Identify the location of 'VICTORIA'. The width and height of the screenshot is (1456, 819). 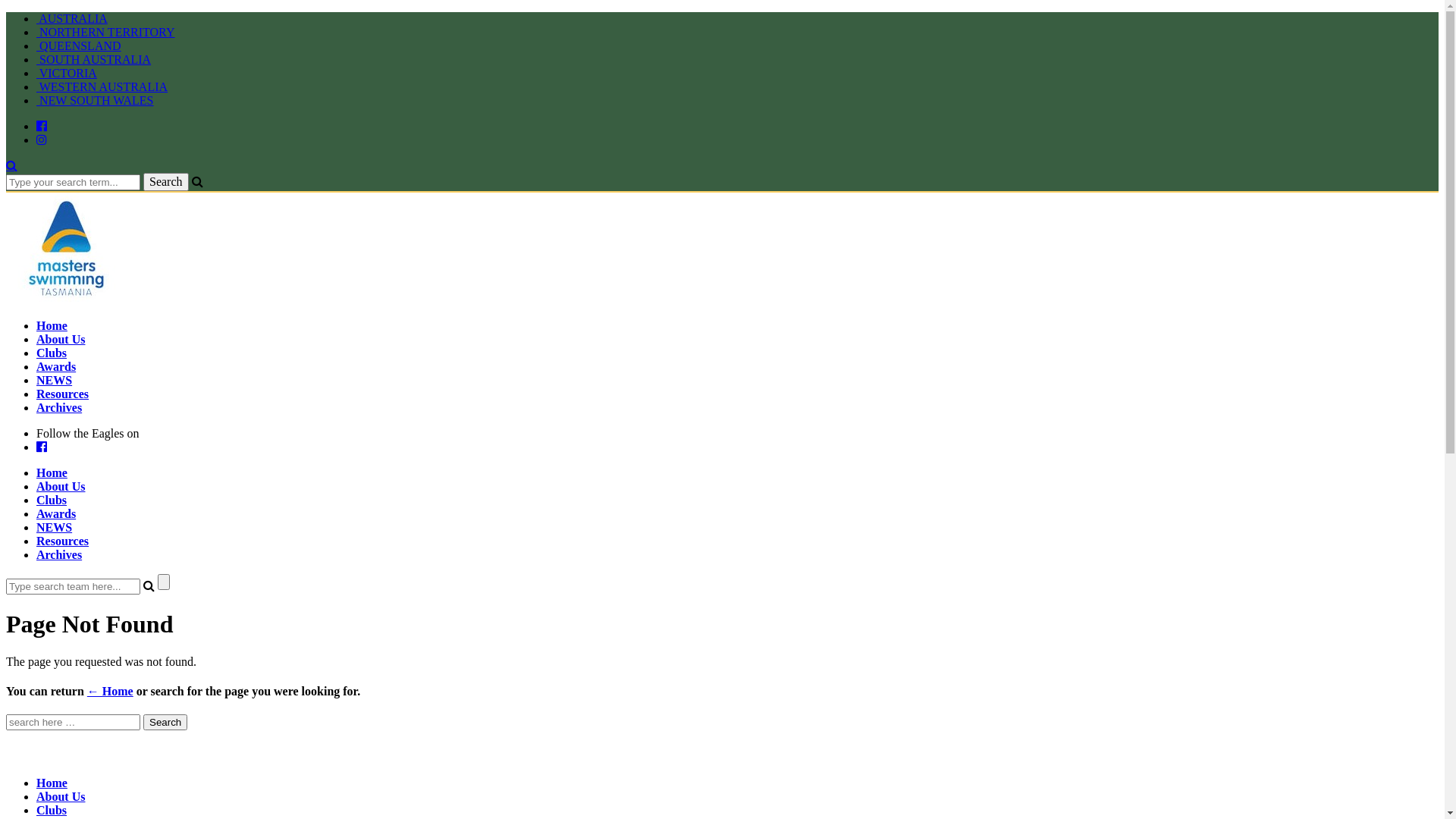
(36, 73).